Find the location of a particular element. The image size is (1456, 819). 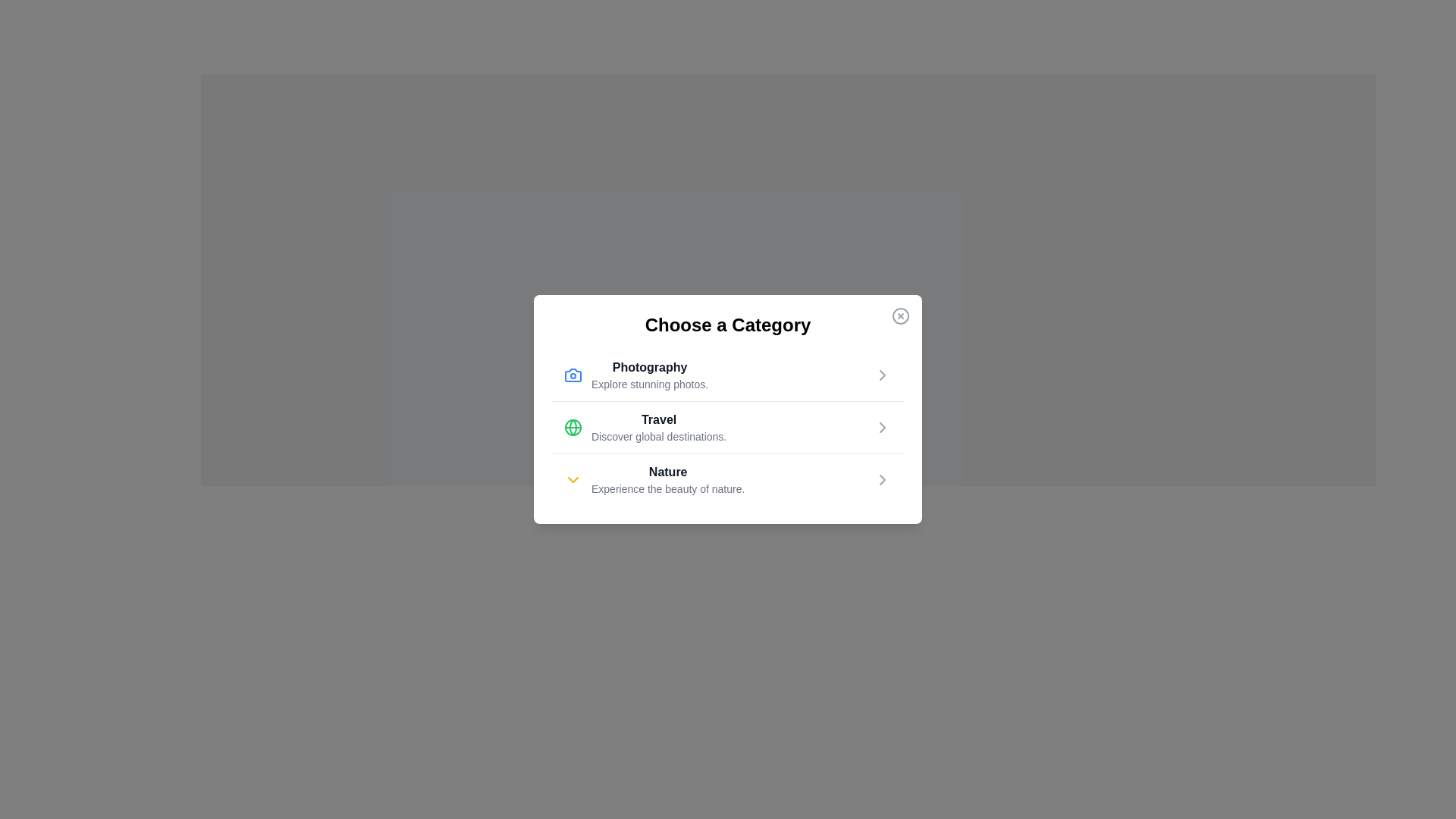

the 'Travel' category option in the middle of the vertical list within the modal dialog box is located at coordinates (645, 427).